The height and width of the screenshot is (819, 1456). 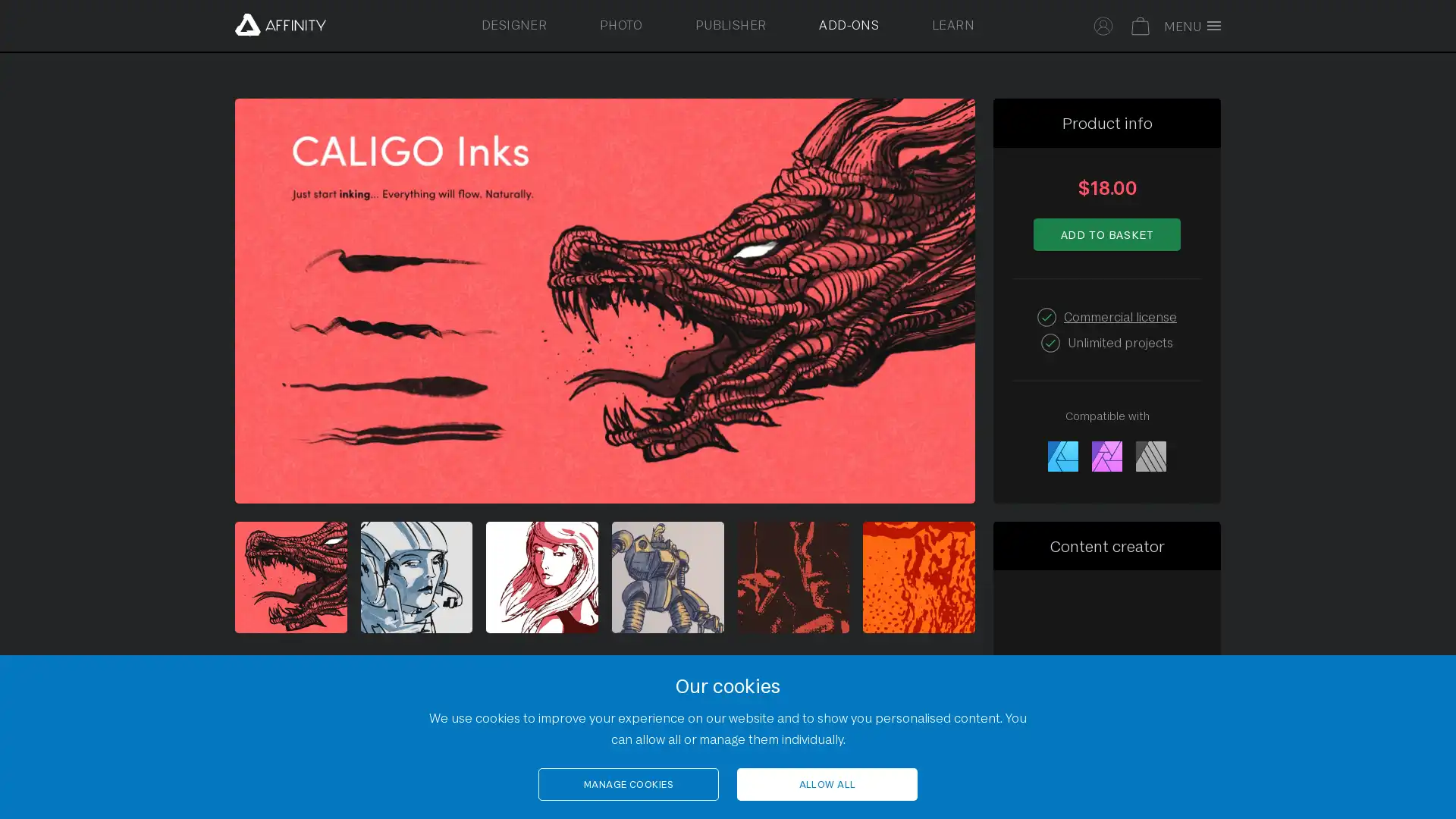 What do you see at coordinates (1196, 26) in the screenshot?
I see `Toggle full screen menu` at bounding box center [1196, 26].